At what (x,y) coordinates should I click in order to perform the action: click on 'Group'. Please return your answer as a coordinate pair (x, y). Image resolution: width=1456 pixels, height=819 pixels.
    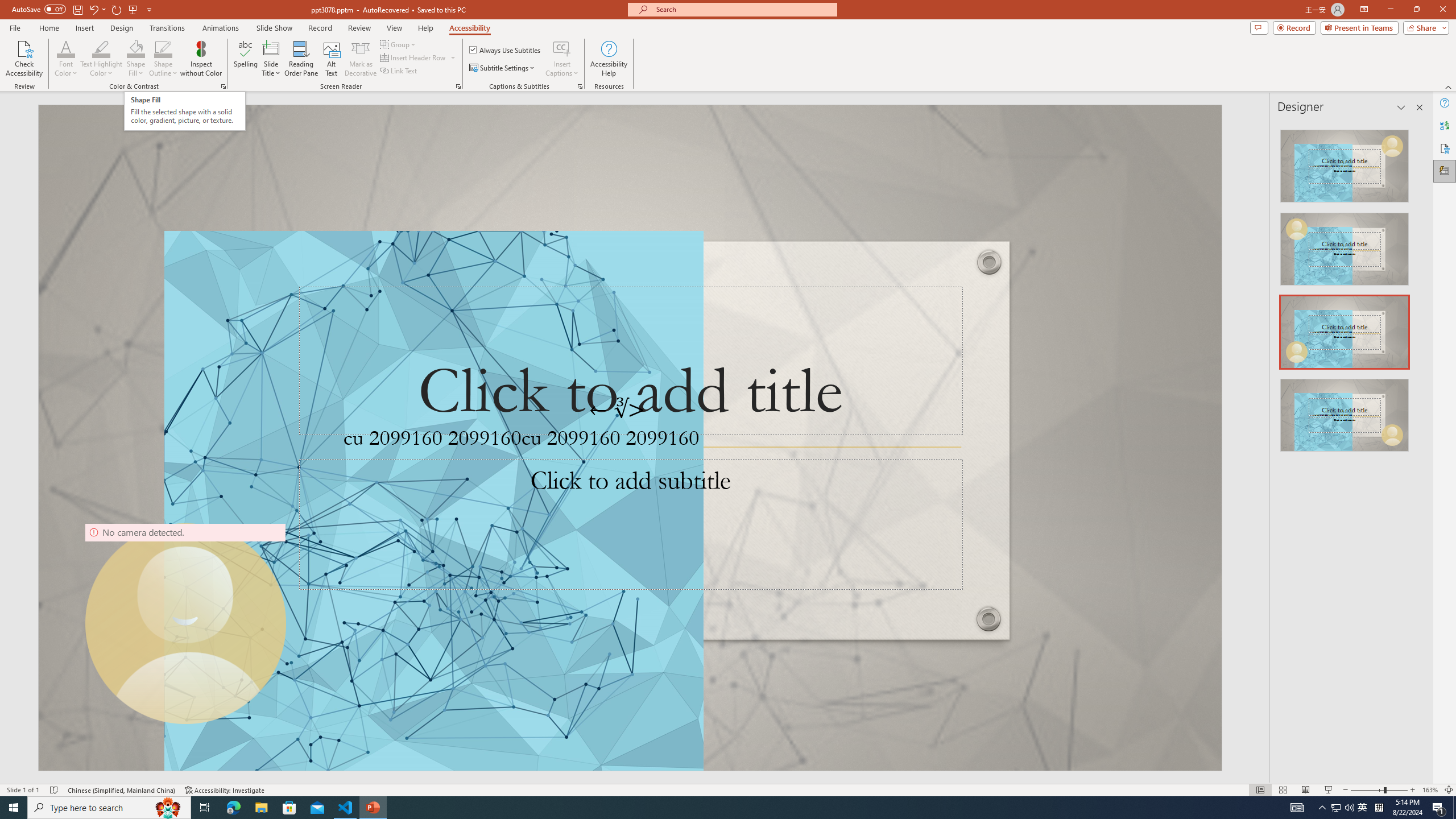
    Looking at the image, I should click on (399, 44).